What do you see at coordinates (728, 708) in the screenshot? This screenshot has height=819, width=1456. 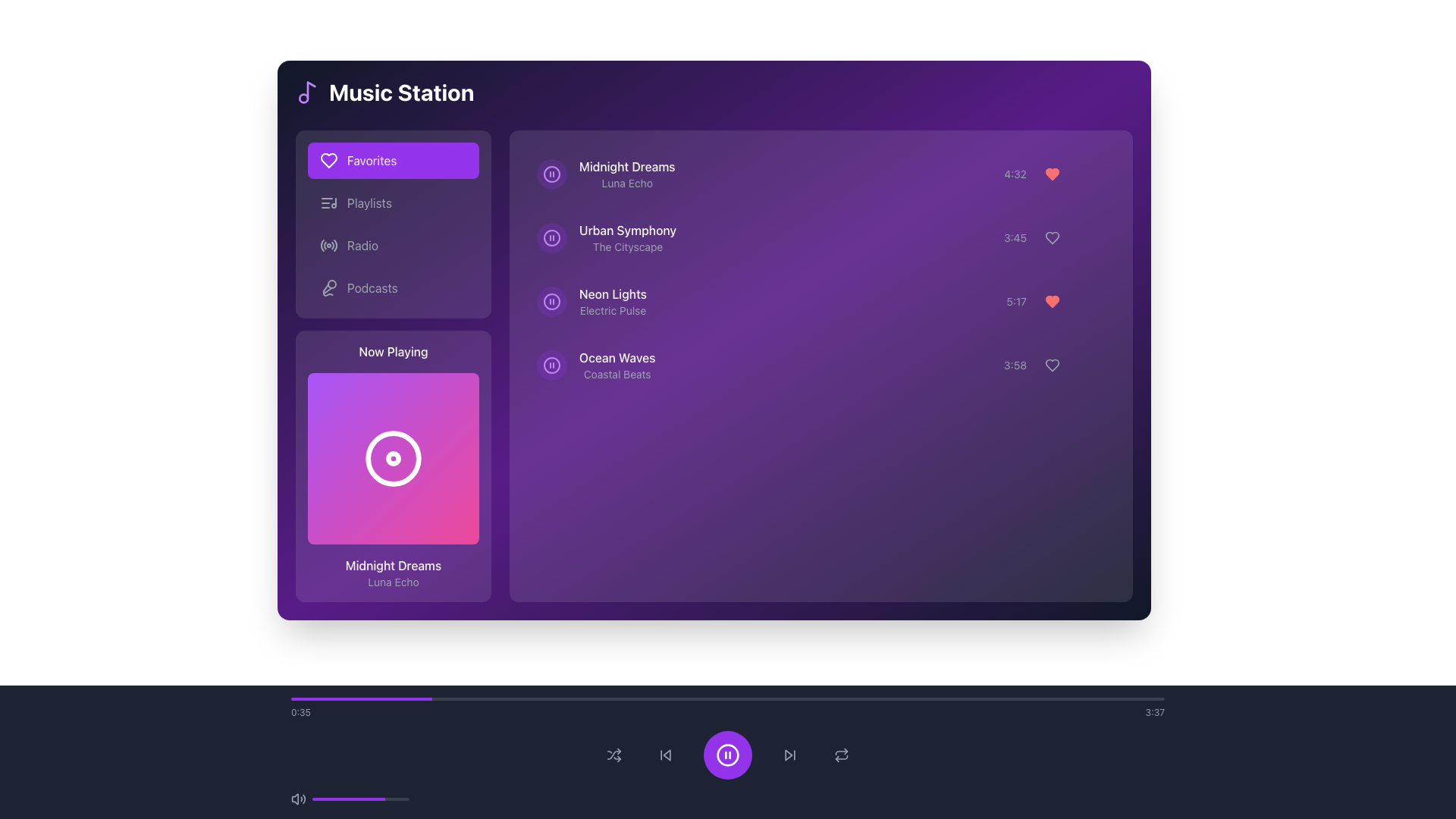 I see `the progress bar at the bottom of the main application interface` at bounding box center [728, 708].